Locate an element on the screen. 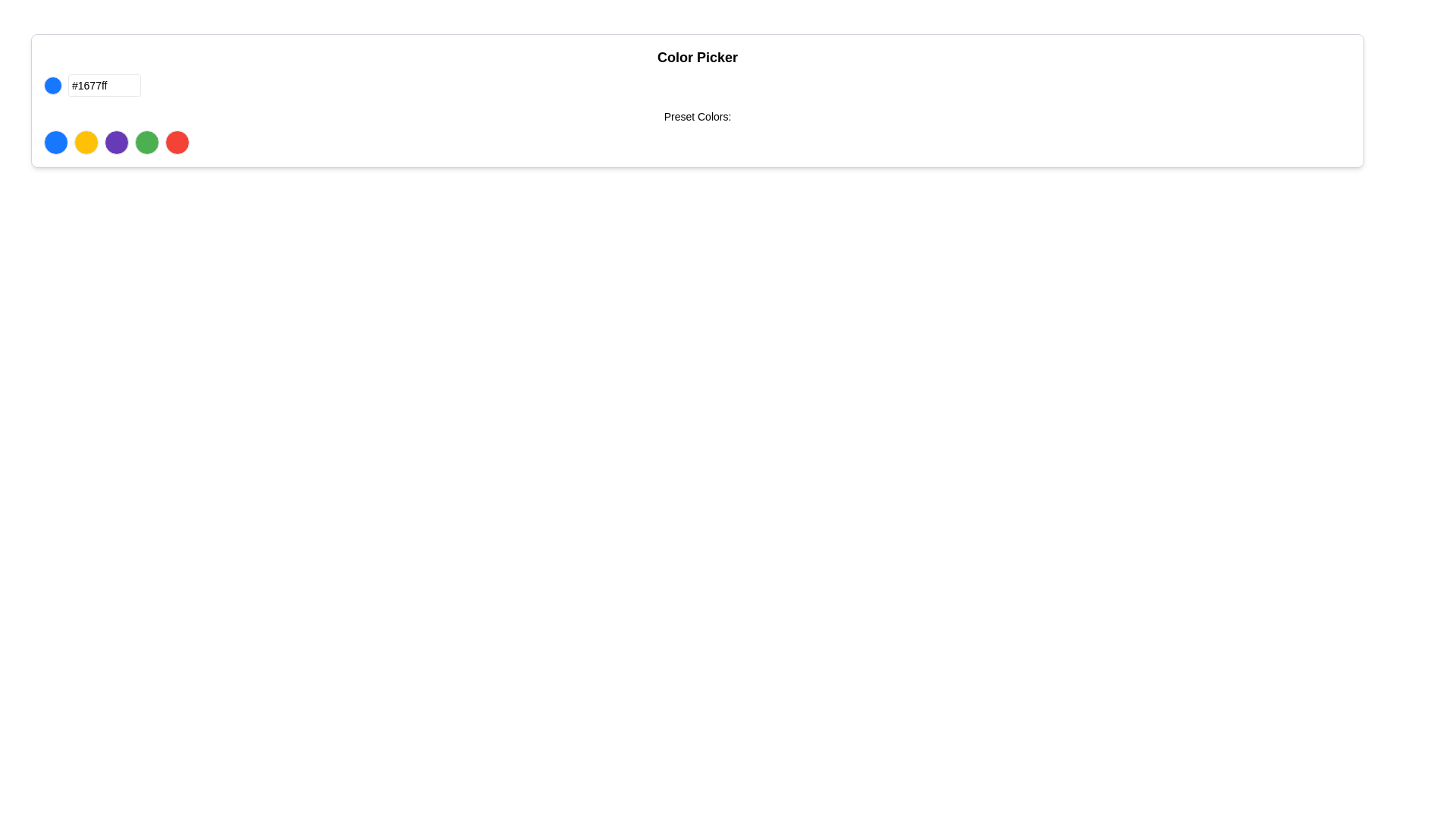  the color indicator circle in the Color Picker component is located at coordinates (697, 85).